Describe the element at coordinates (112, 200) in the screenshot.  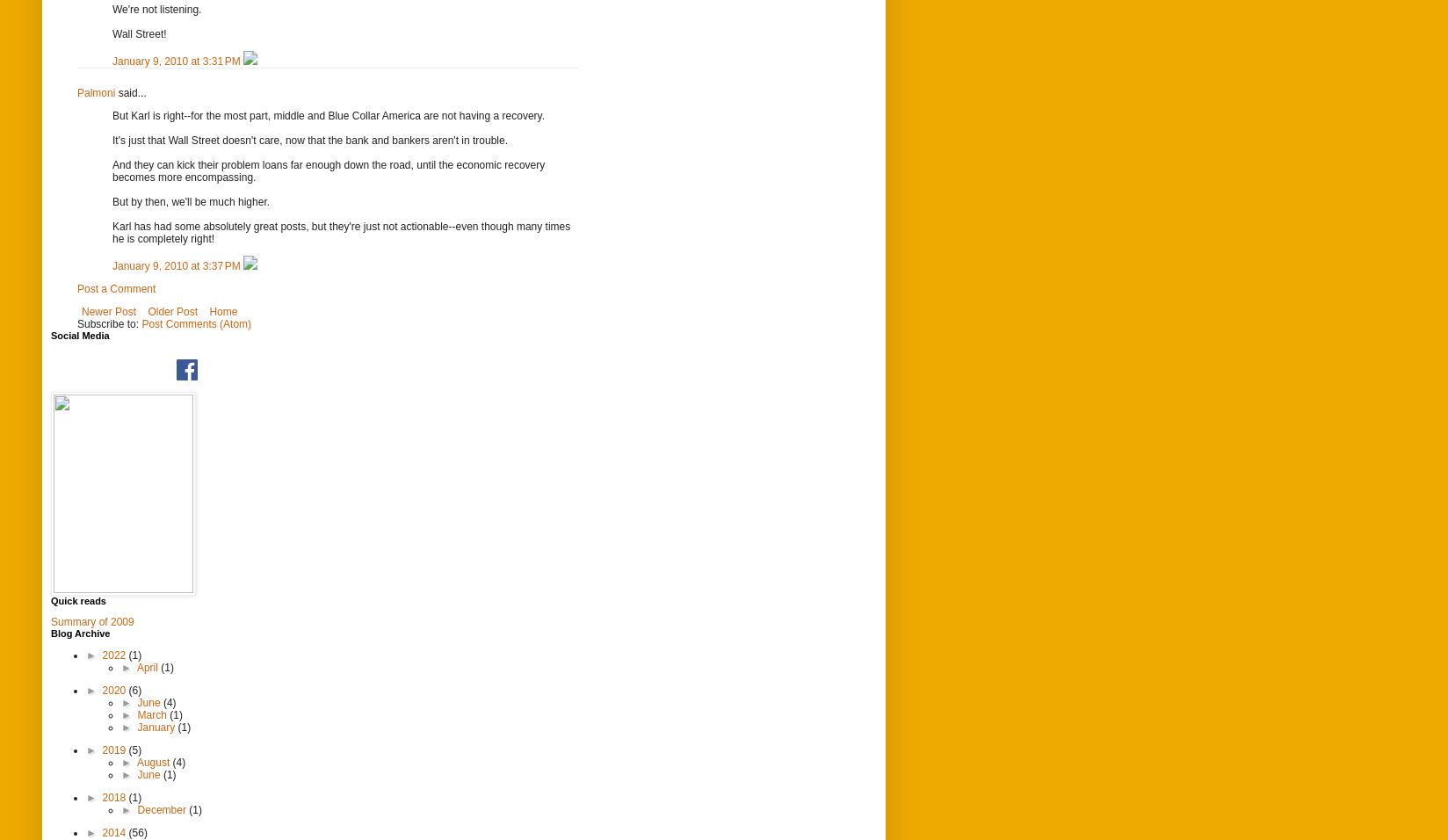
I see `'But by then, we'll be much higher.'` at that location.